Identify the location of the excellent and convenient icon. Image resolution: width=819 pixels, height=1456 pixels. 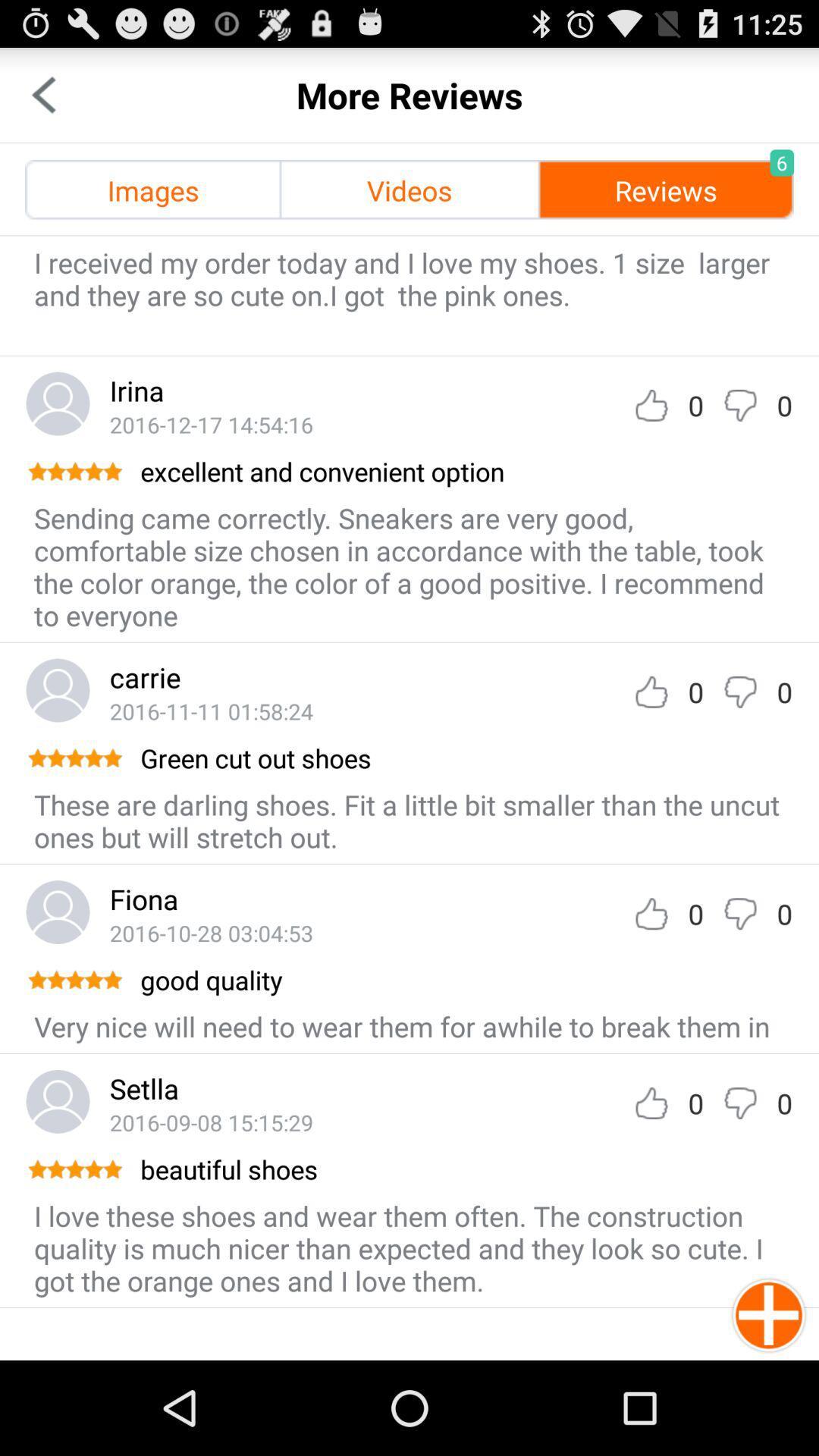
(464, 470).